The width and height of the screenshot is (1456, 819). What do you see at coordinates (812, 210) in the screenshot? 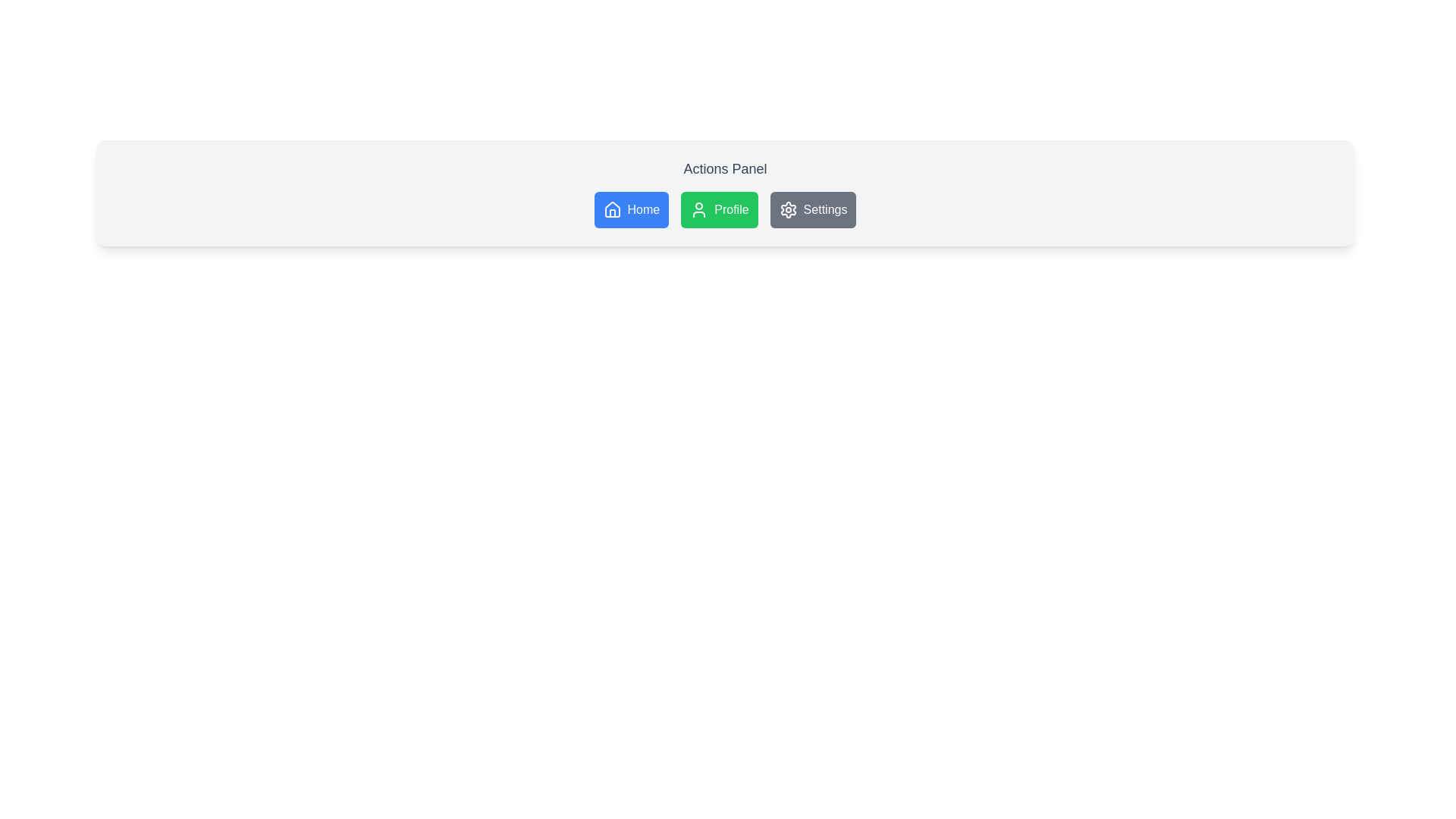
I see `the 'Settings' button, which is the third button in a horizontal row labeled 'Home', 'Profile', and 'Settings'` at bounding box center [812, 210].